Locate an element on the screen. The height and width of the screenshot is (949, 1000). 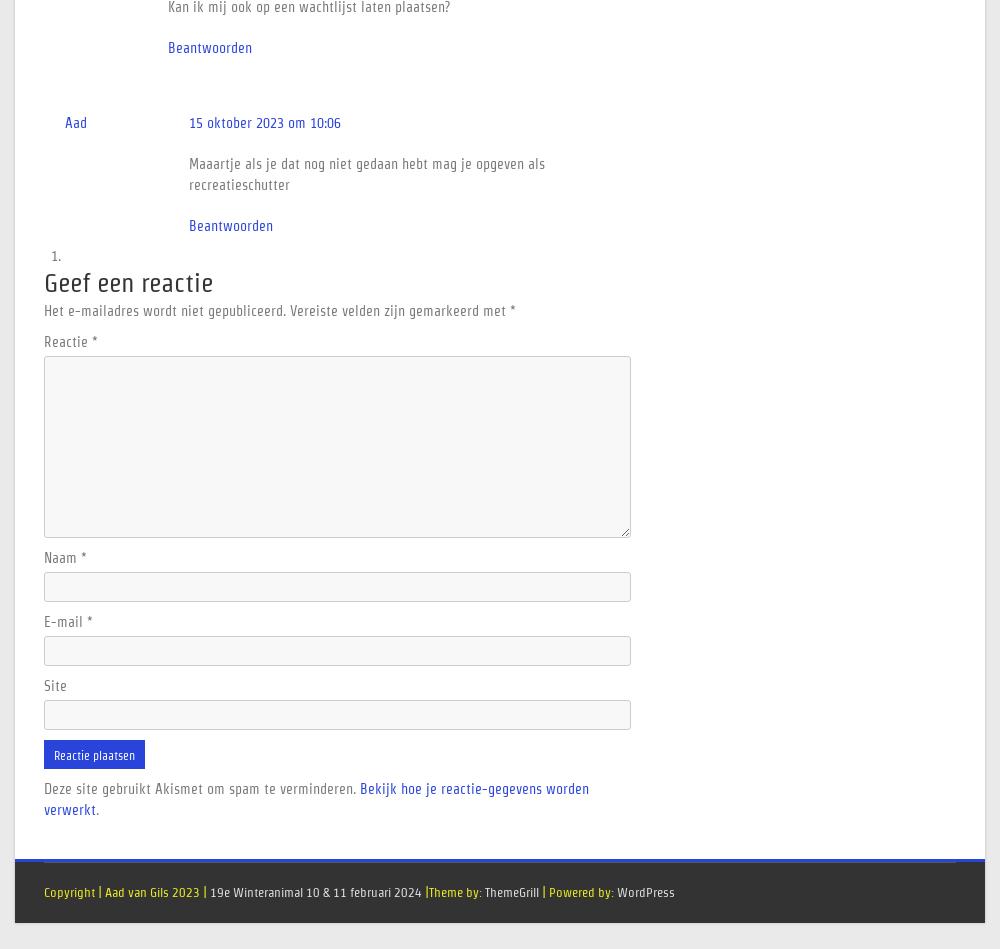
'Maaartje als je dat nog niet gedaan hebt mag je opgeven als recreatieschutter' is located at coordinates (366, 173).